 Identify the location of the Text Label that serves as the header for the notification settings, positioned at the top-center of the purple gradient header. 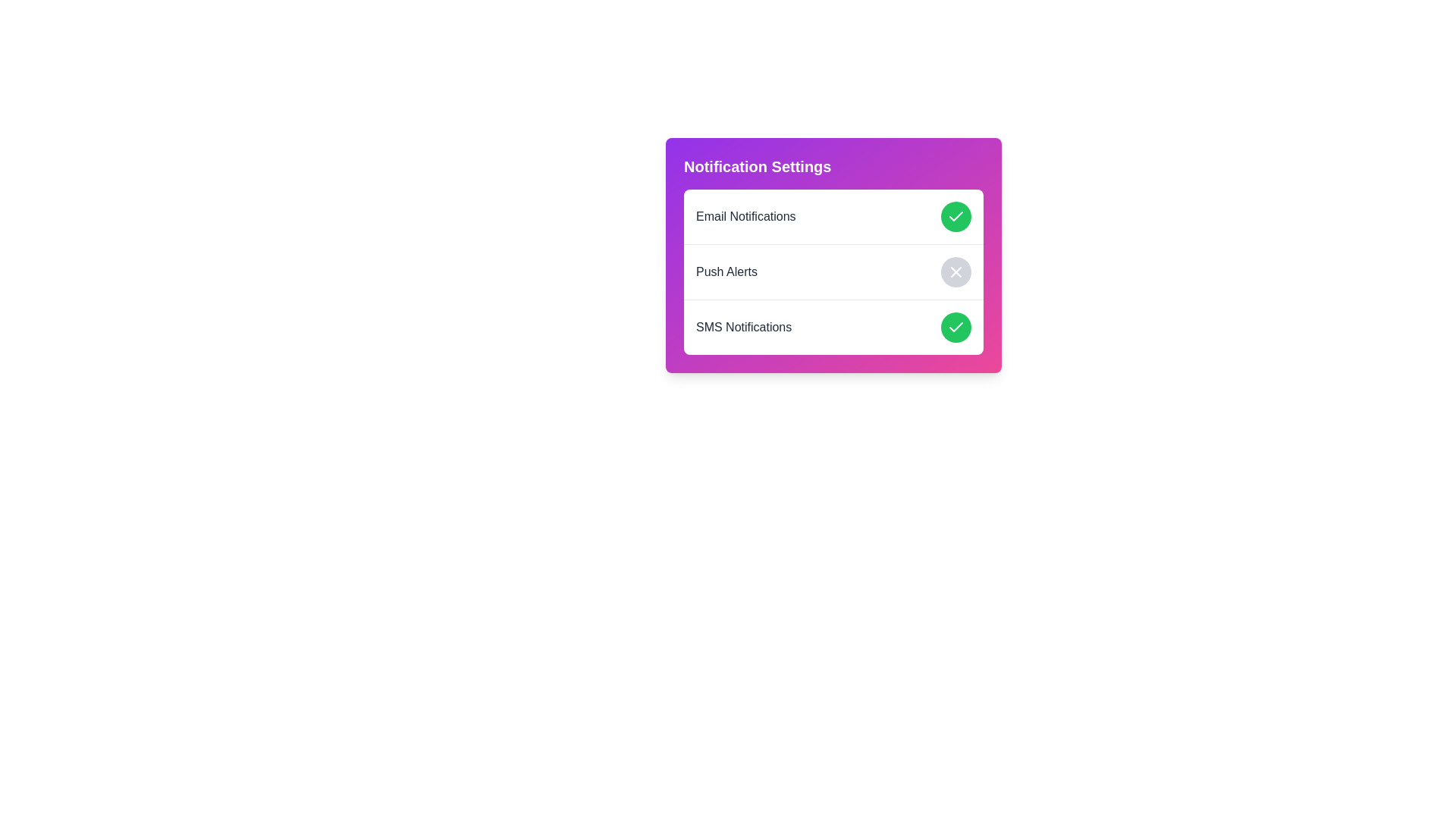
(758, 166).